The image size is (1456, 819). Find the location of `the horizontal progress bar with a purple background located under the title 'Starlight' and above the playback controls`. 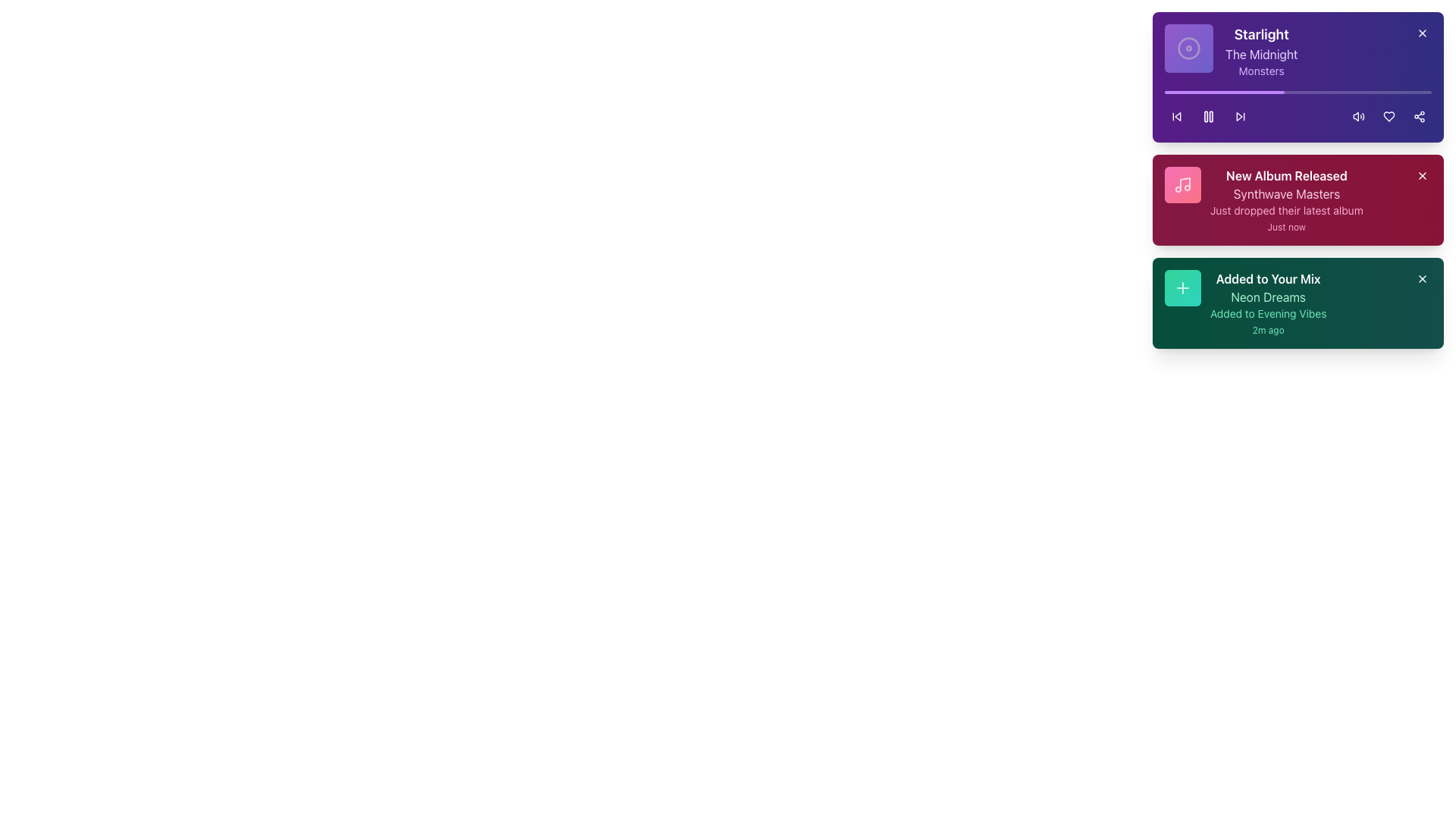

the horizontal progress bar with a purple background located under the title 'Starlight' and above the playback controls is located at coordinates (1225, 93).